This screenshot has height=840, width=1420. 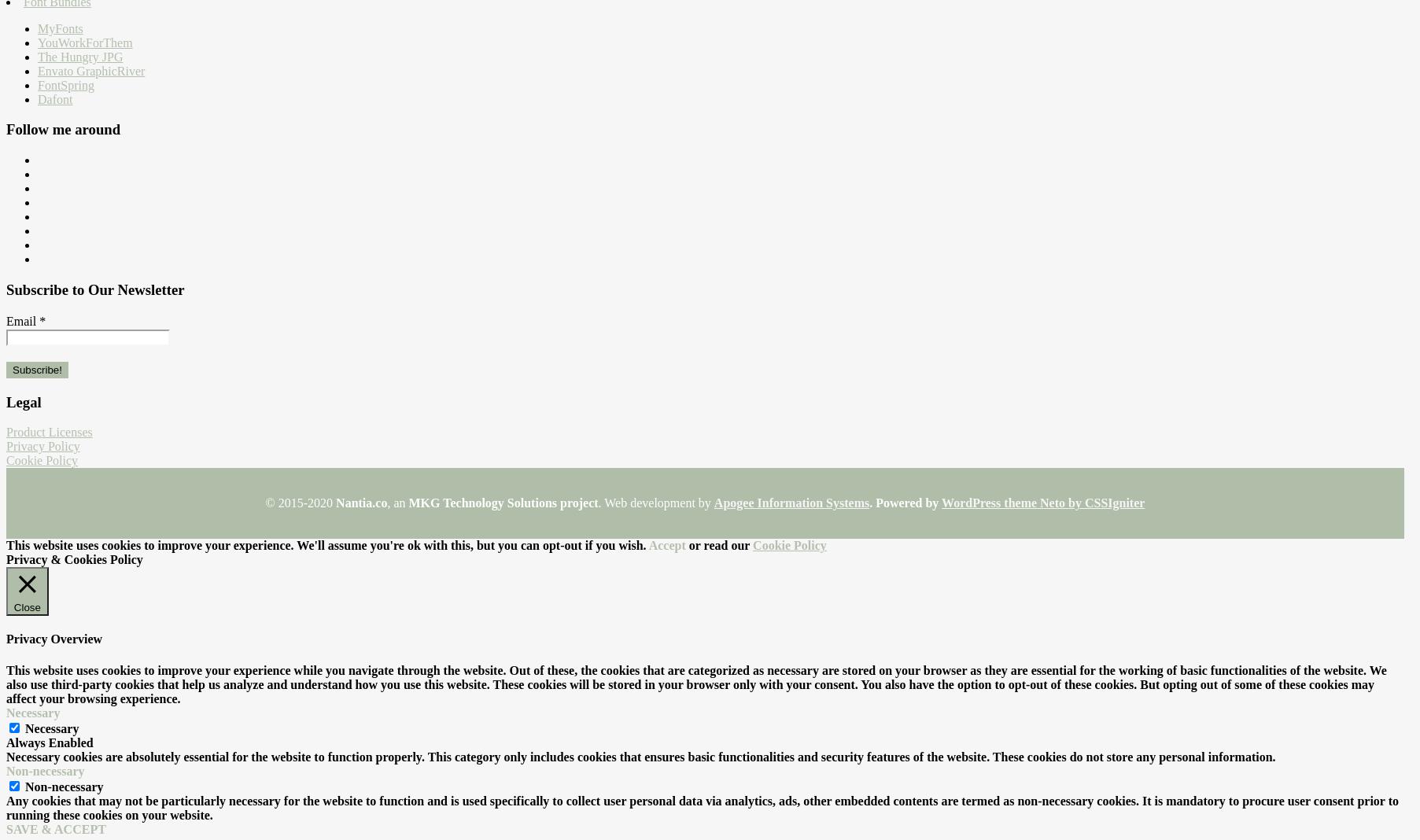 What do you see at coordinates (790, 502) in the screenshot?
I see `'Apogee Information Systems'` at bounding box center [790, 502].